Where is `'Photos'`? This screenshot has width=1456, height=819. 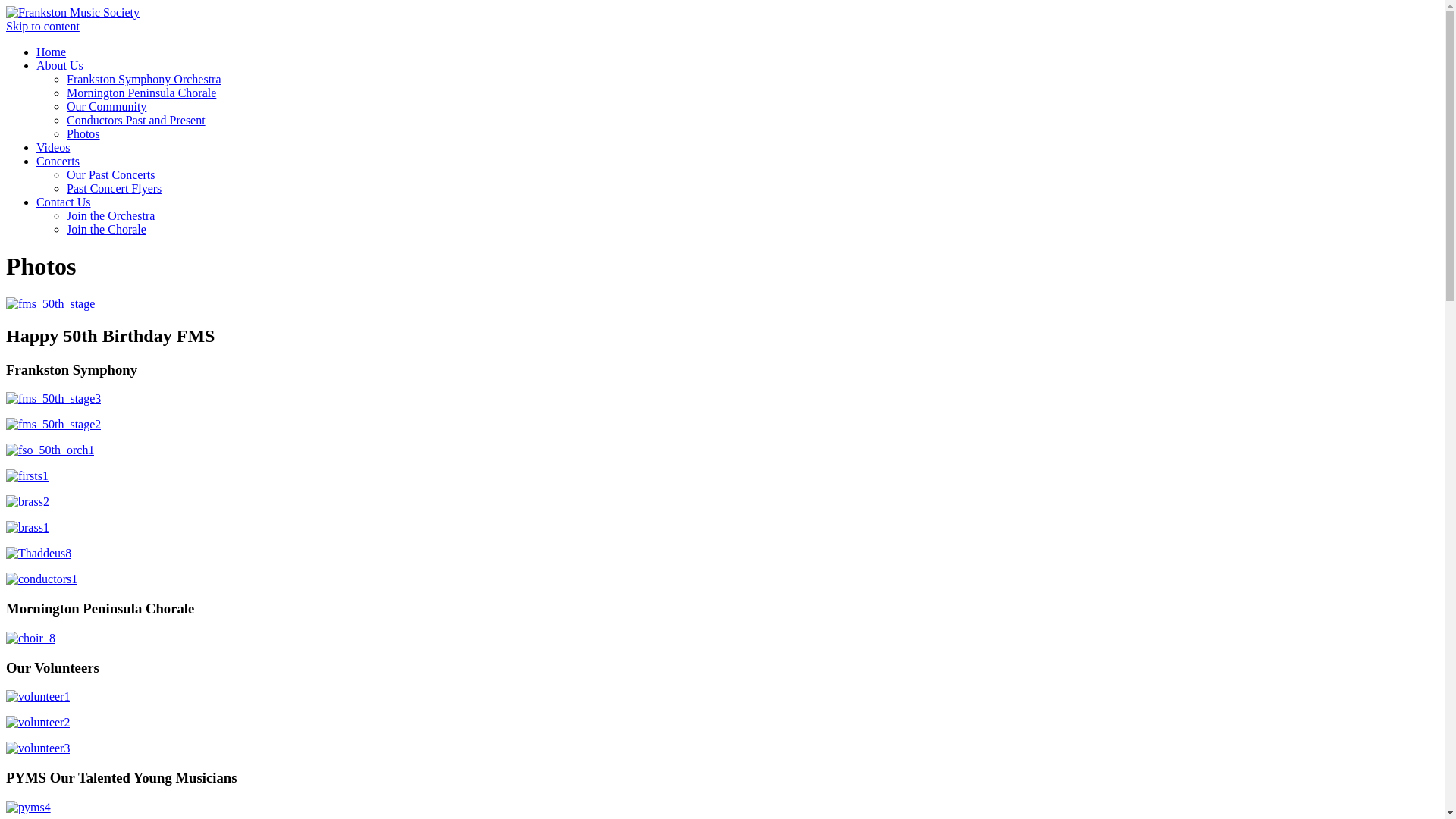
'Photos' is located at coordinates (83, 133).